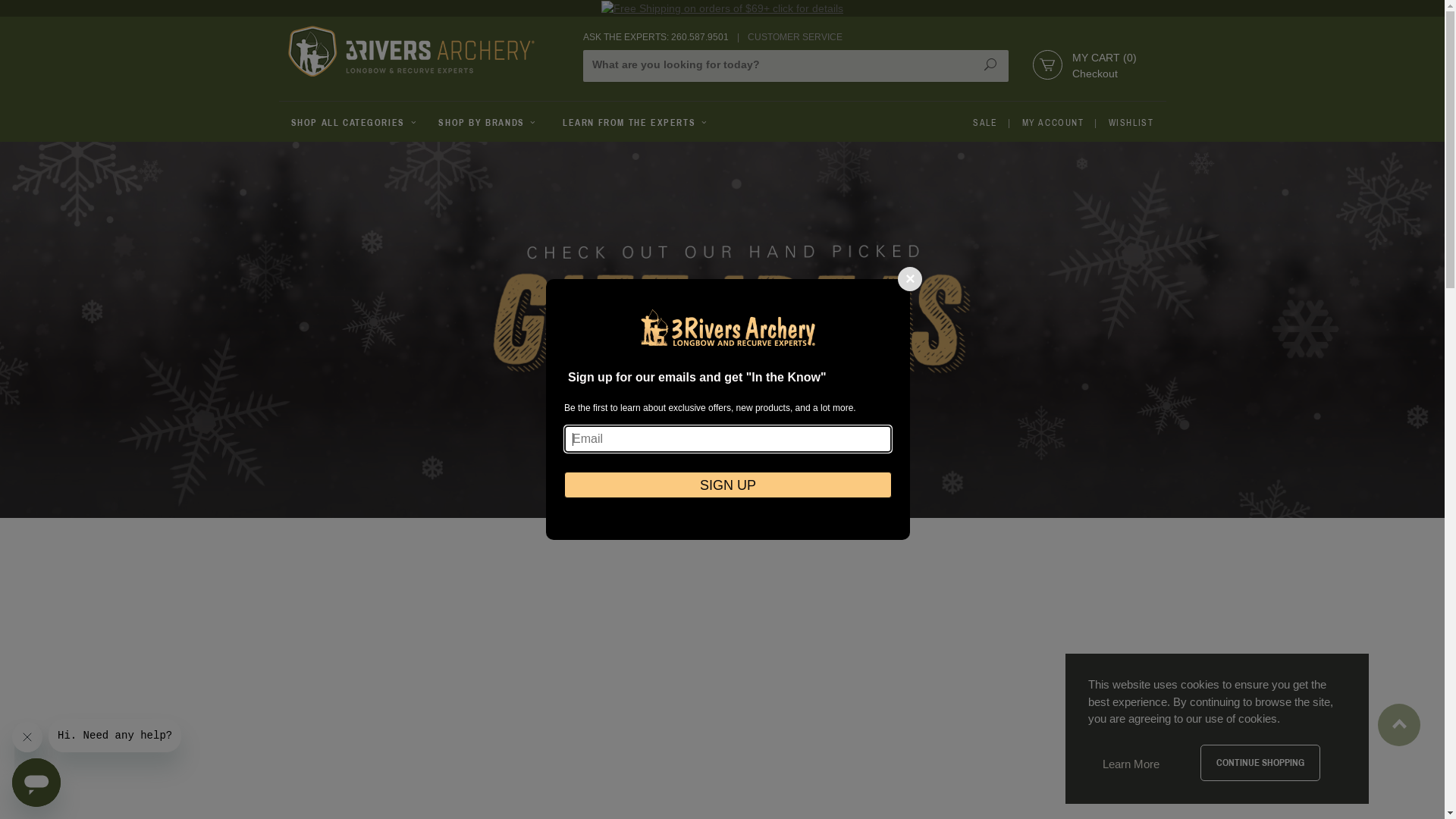 The width and height of the screenshot is (1456, 819). What do you see at coordinates (488, 122) in the screenshot?
I see `'SHOP BY BRANDS'` at bounding box center [488, 122].